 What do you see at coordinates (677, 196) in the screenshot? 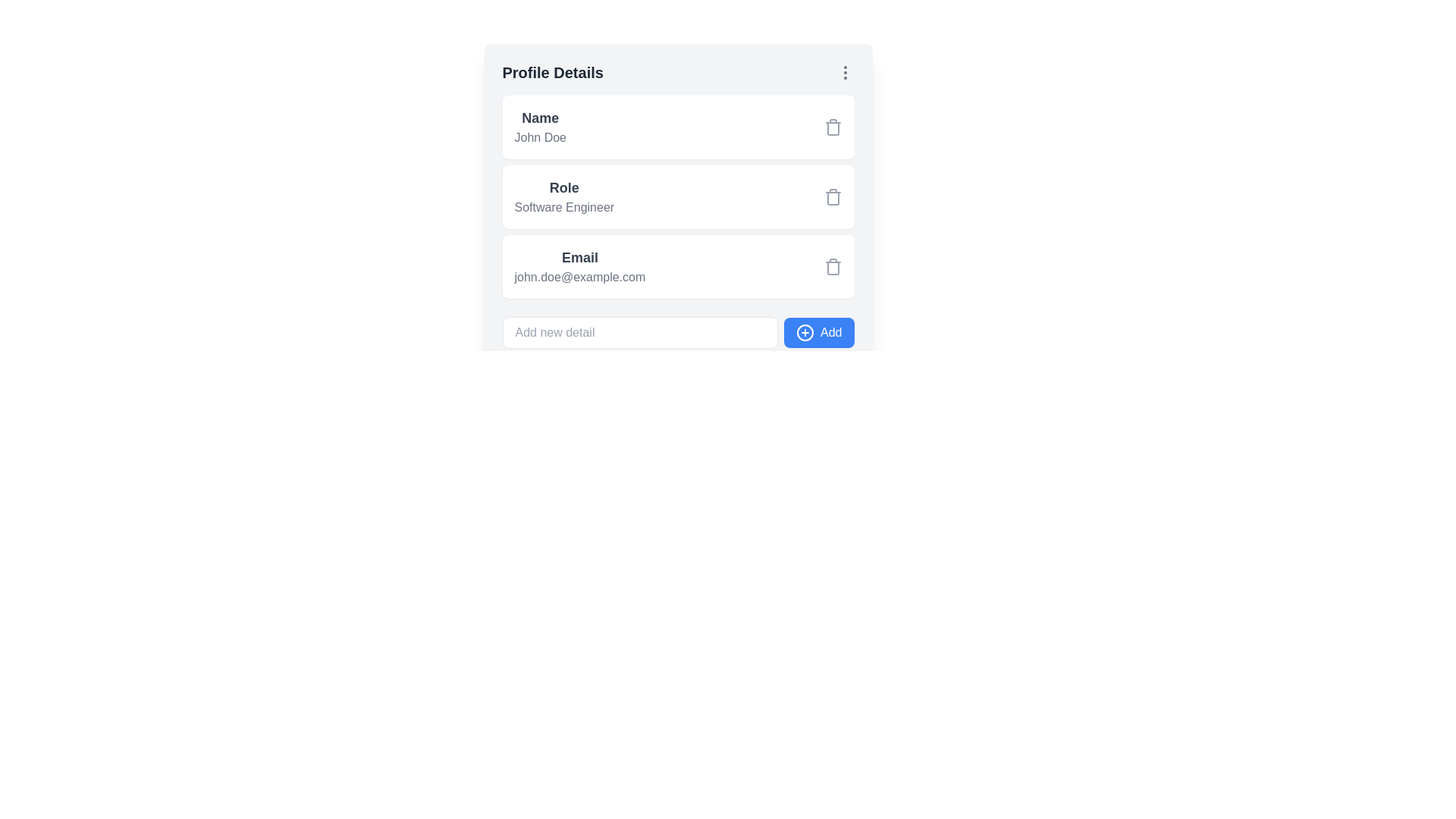
I see `the 'Role Software Engineer' section in the Information Display Section, which features a white background and rounded corners, positioned between the 'Name' and 'Email' sections` at bounding box center [677, 196].